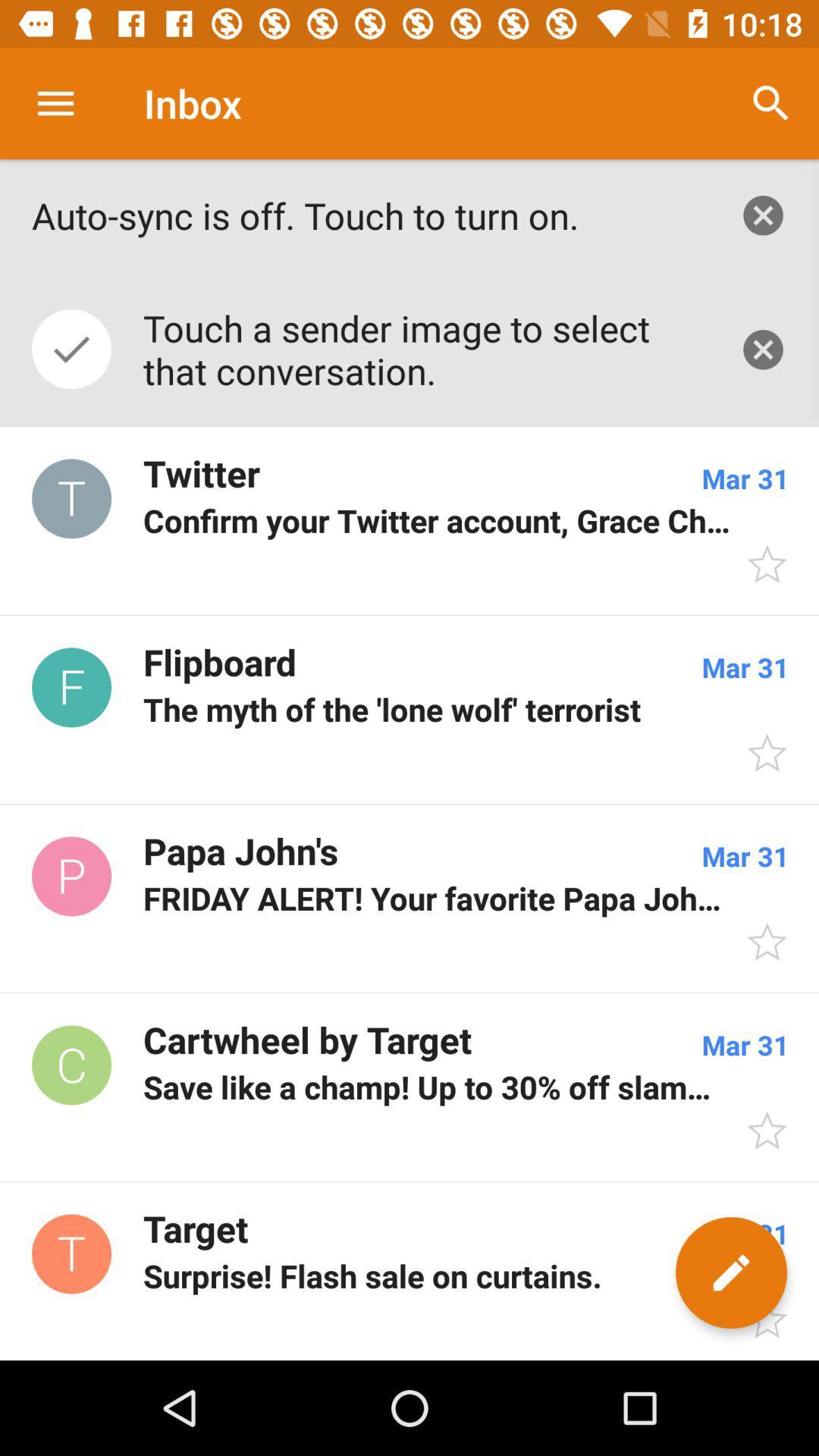 The width and height of the screenshot is (819, 1456). Describe the element at coordinates (763, 215) in the screenshot. I see `item next to the auto sync is item` at that location.